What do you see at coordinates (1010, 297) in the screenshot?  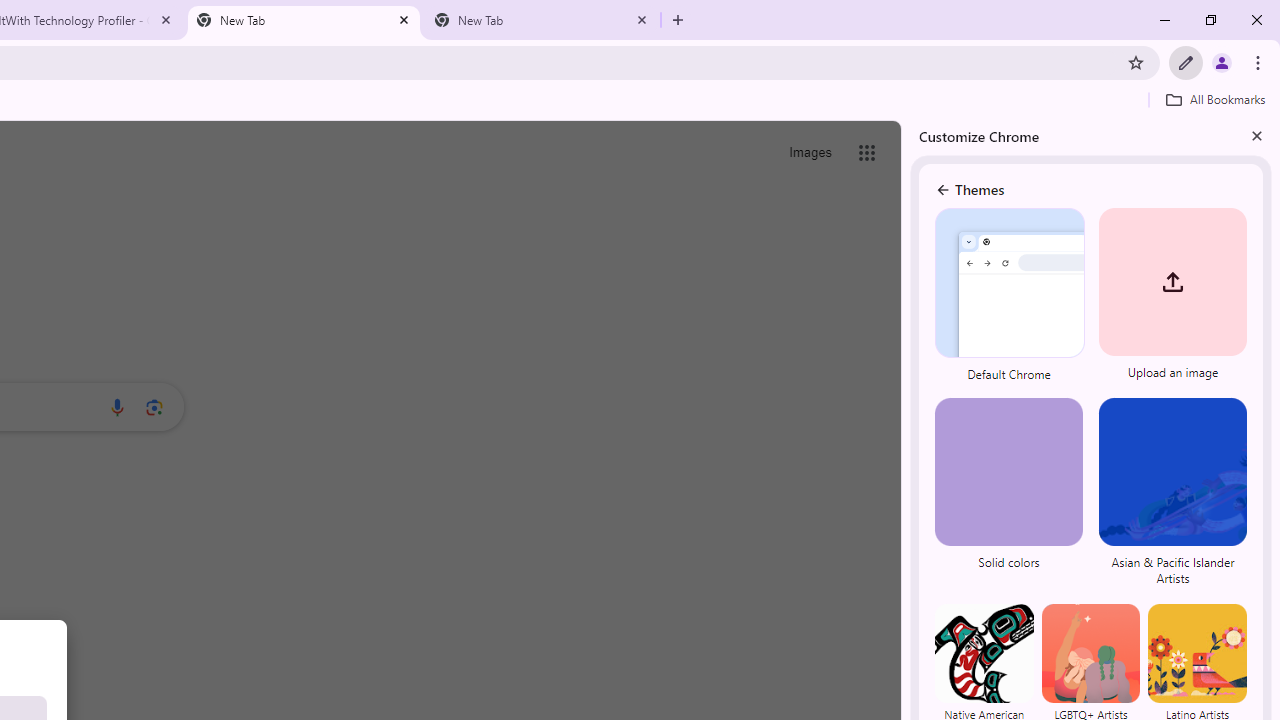 I see `'Default Chrome'` at bounding box center [1010, 297].